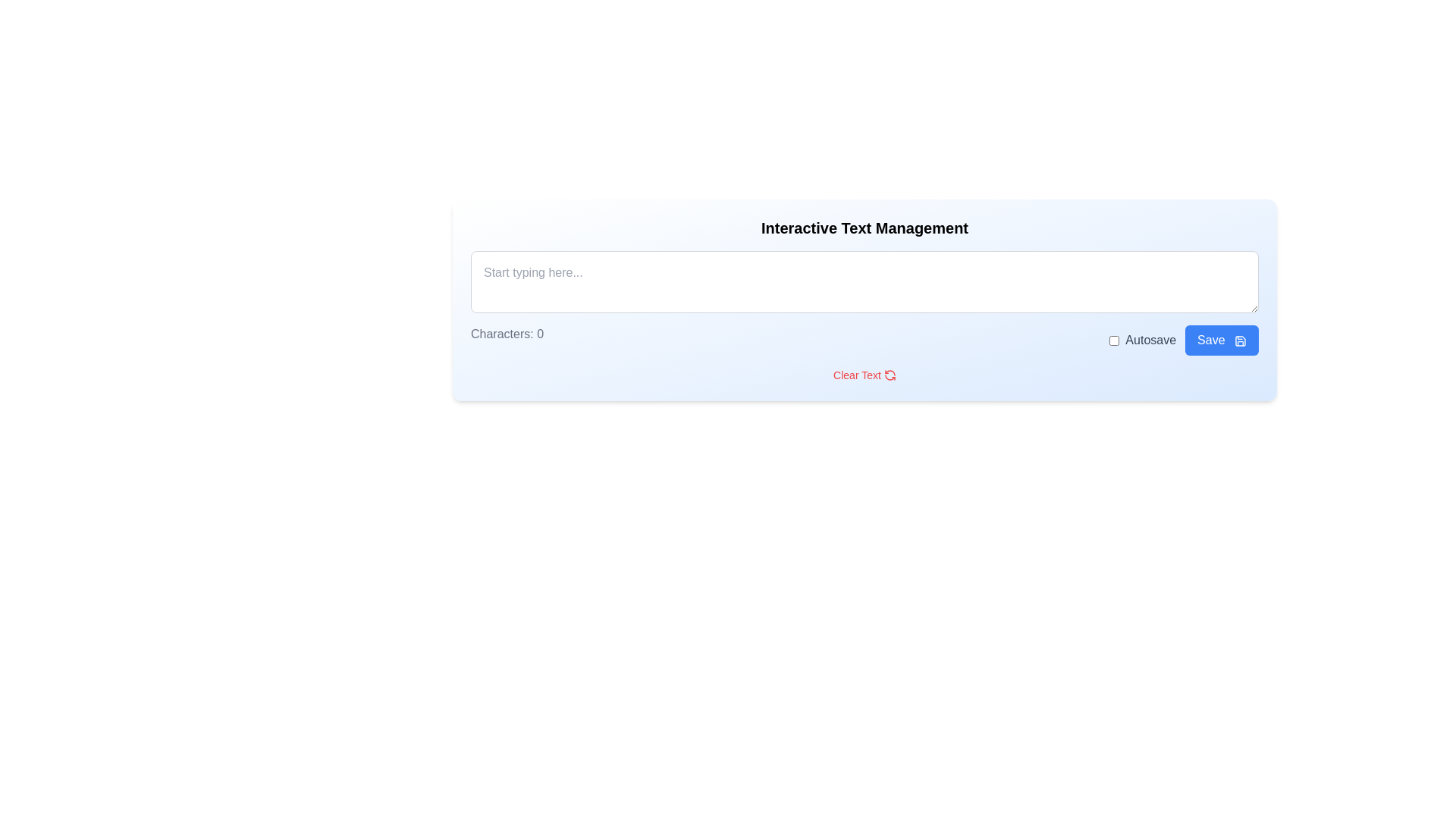 Image resolution: width=1456 pixels, height=819 pixels. Describe the element at coordinates (1150, 339) in the screenshot. I see `the label that provides descriptive information for the adjacent checkbox, located in the right-bottom area of the interface` at that location.